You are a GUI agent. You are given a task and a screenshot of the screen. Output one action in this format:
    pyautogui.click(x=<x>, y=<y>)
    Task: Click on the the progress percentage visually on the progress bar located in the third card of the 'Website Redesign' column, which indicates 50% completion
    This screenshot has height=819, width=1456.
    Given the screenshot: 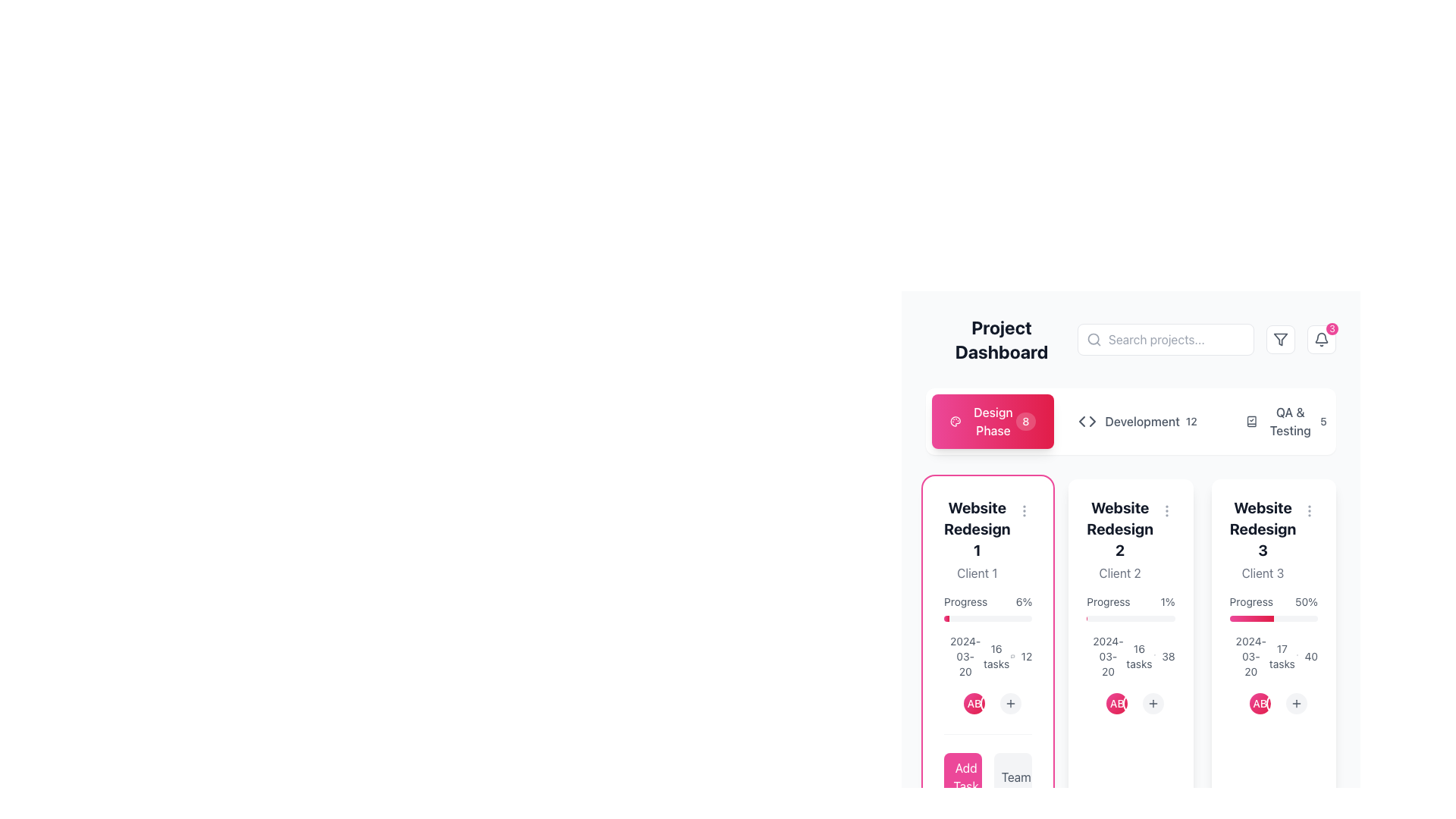 What is the action you would take?
    pyautogui.click(x=1273, y=619)
    